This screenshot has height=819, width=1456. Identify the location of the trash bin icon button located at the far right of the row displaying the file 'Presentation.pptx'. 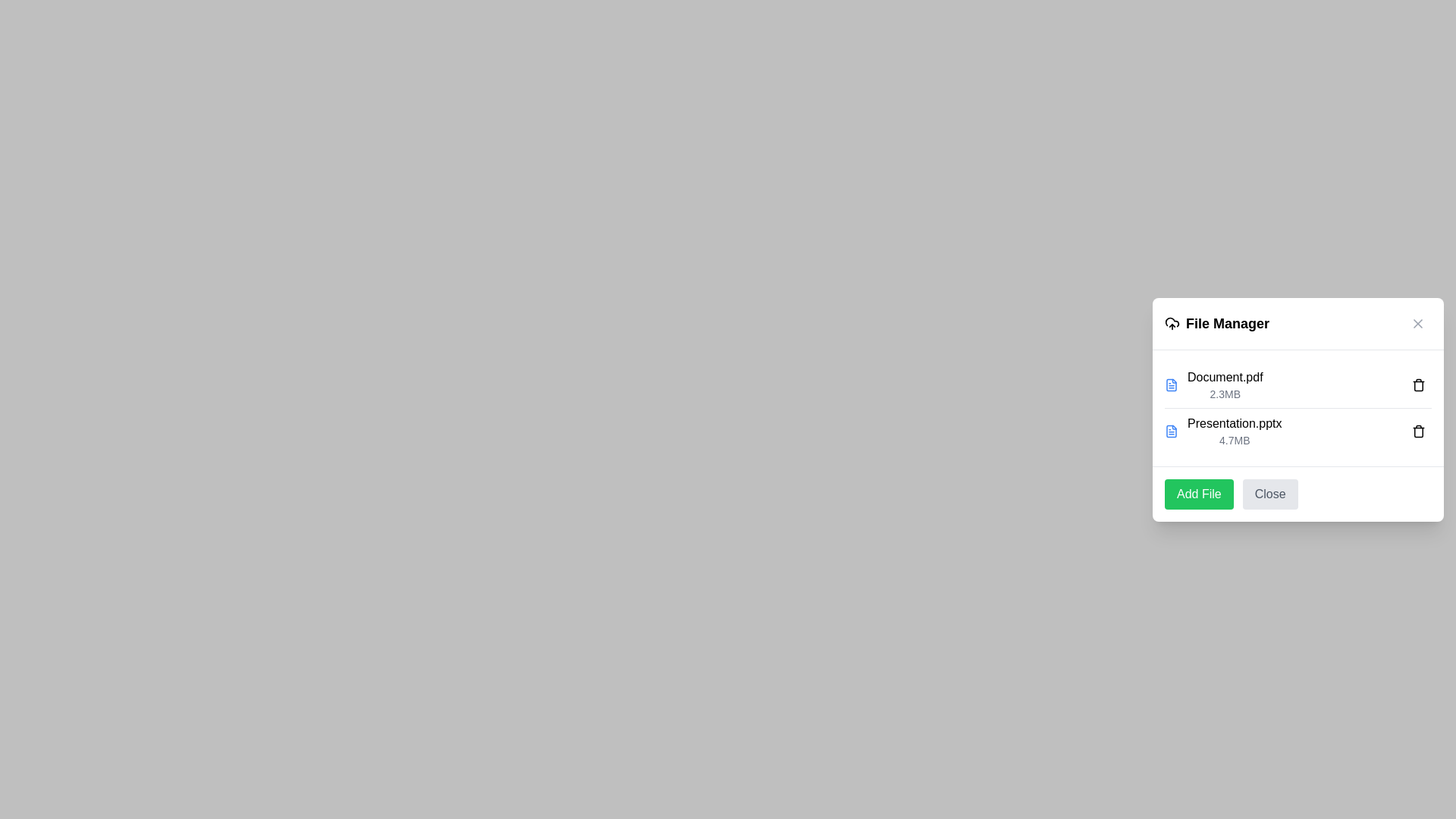
(1418, 430).